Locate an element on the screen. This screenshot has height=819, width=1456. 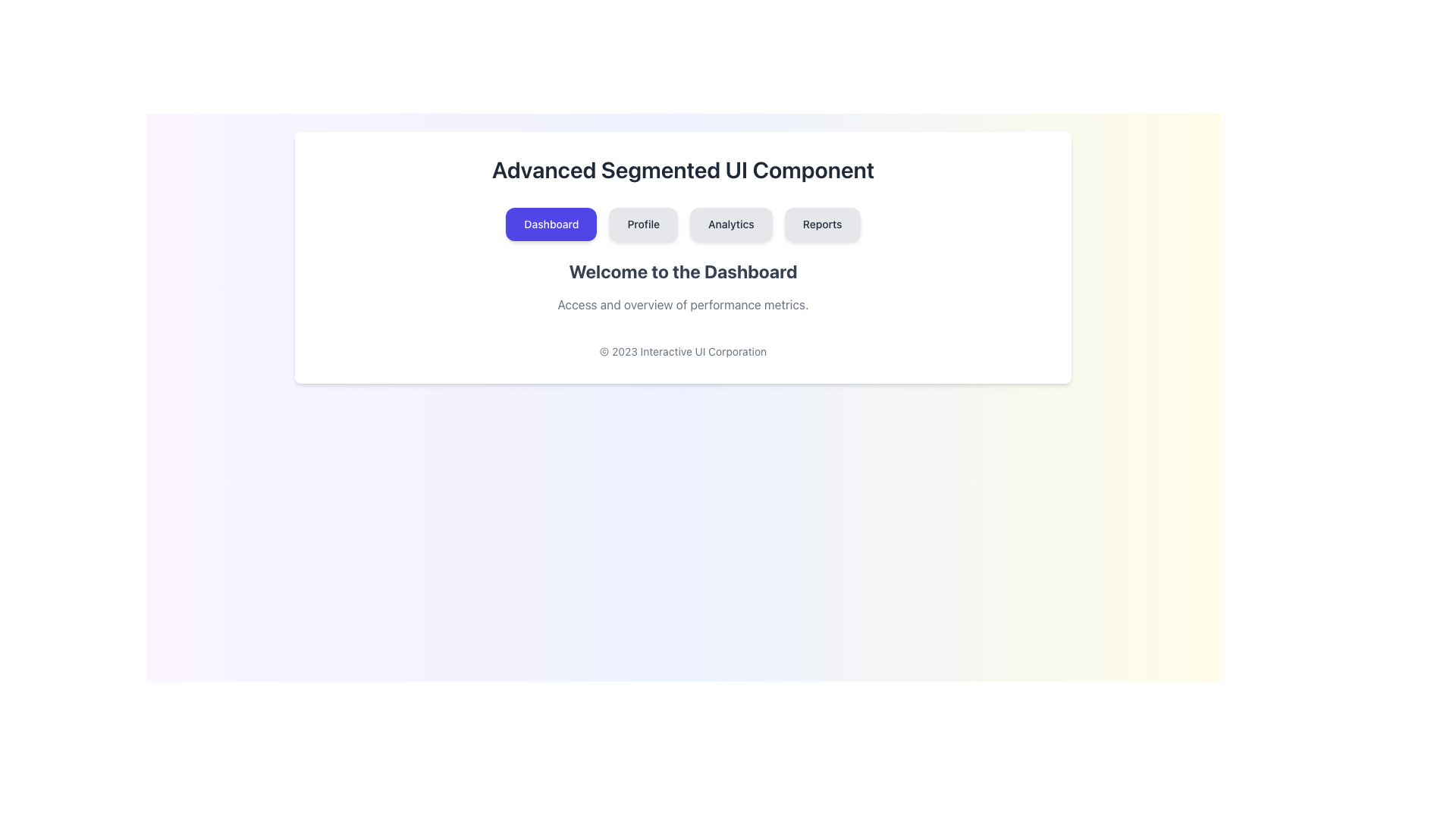
text block displaying 'Welcome to the Dashboard' and 'Access and overview of performance metrics' located centrally beneath the buttons 'Dashboard', 'Profile', 'Analytics', and 'Reports' is located at coordinates (682, 287).